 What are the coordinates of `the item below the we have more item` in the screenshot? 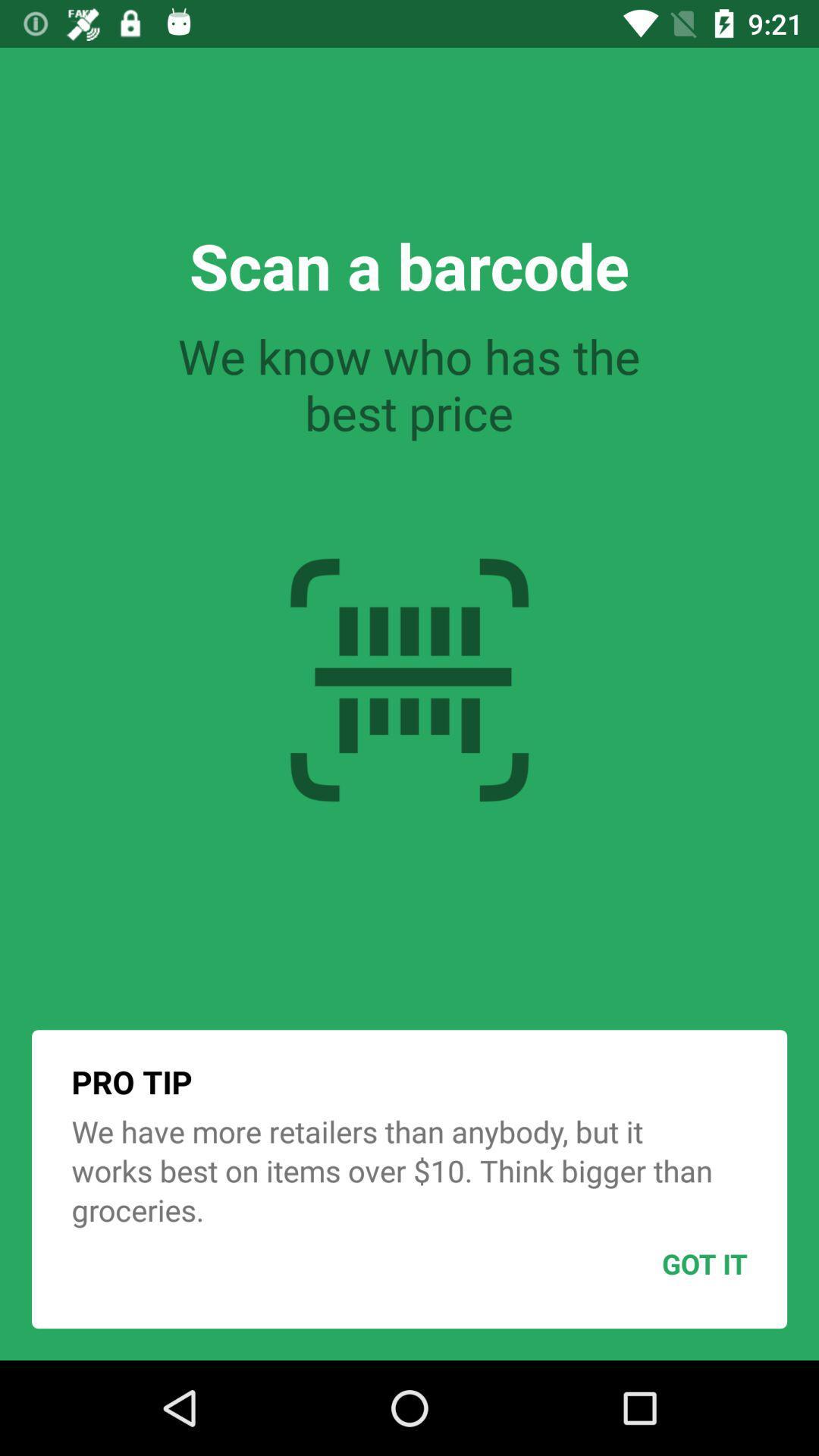 It's located at (667, 1263).